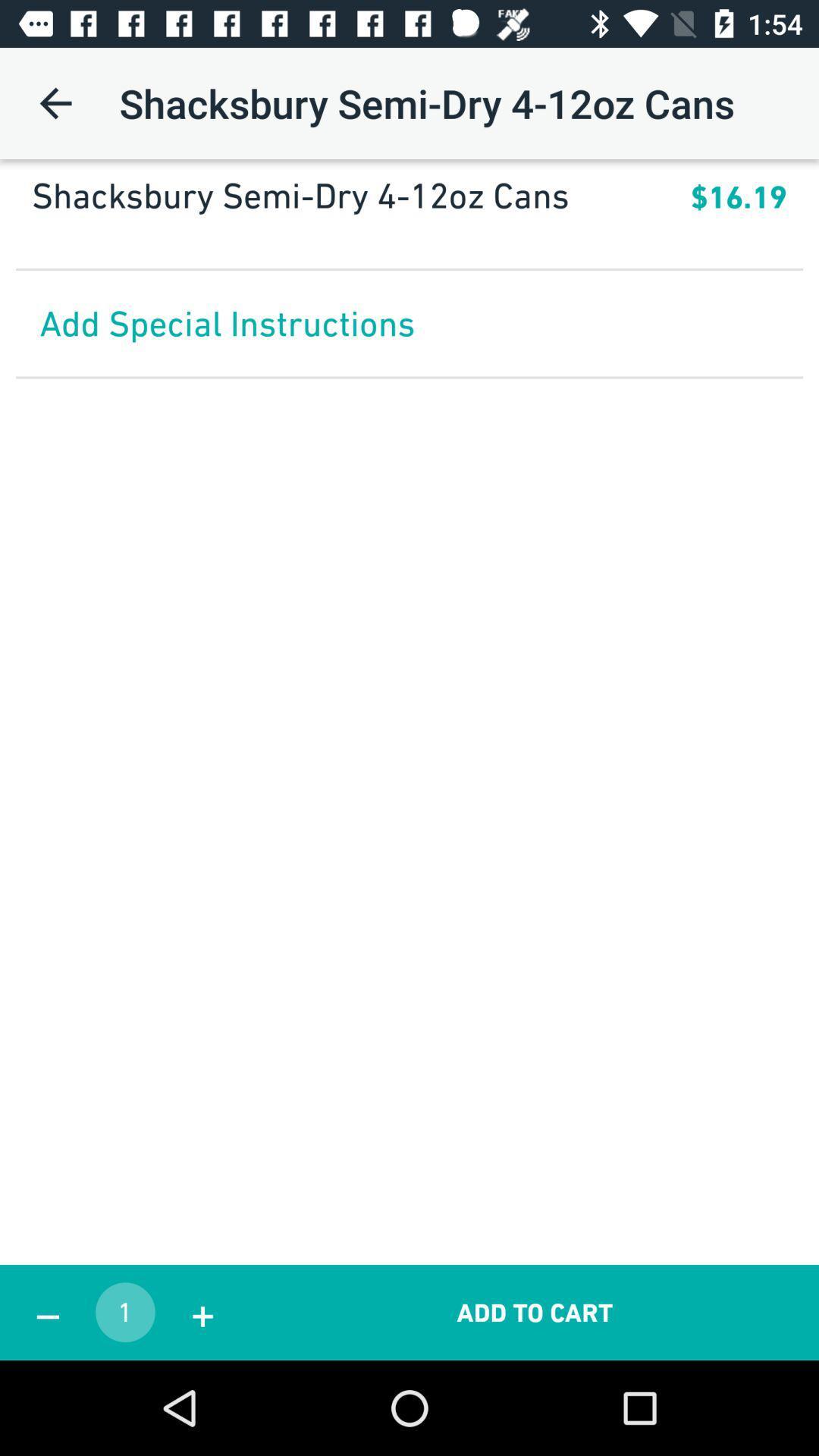  Describe the element at coordinates (55, 102) in the screenshot. I see `the icon above shacksbury semi dry item` at that location.